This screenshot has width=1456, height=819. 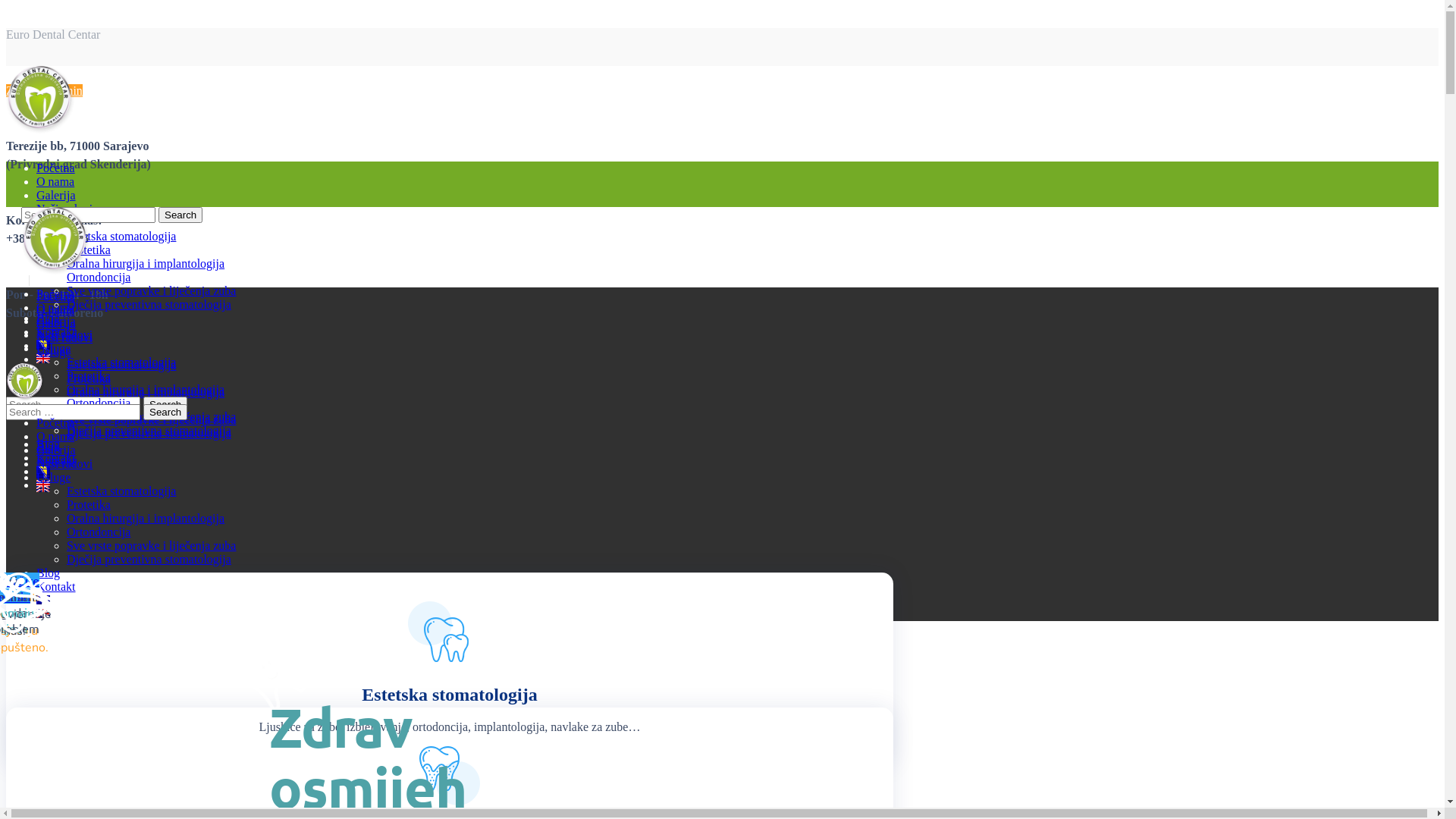 I want to click on 'Usluge', so click(x=36, y=348).